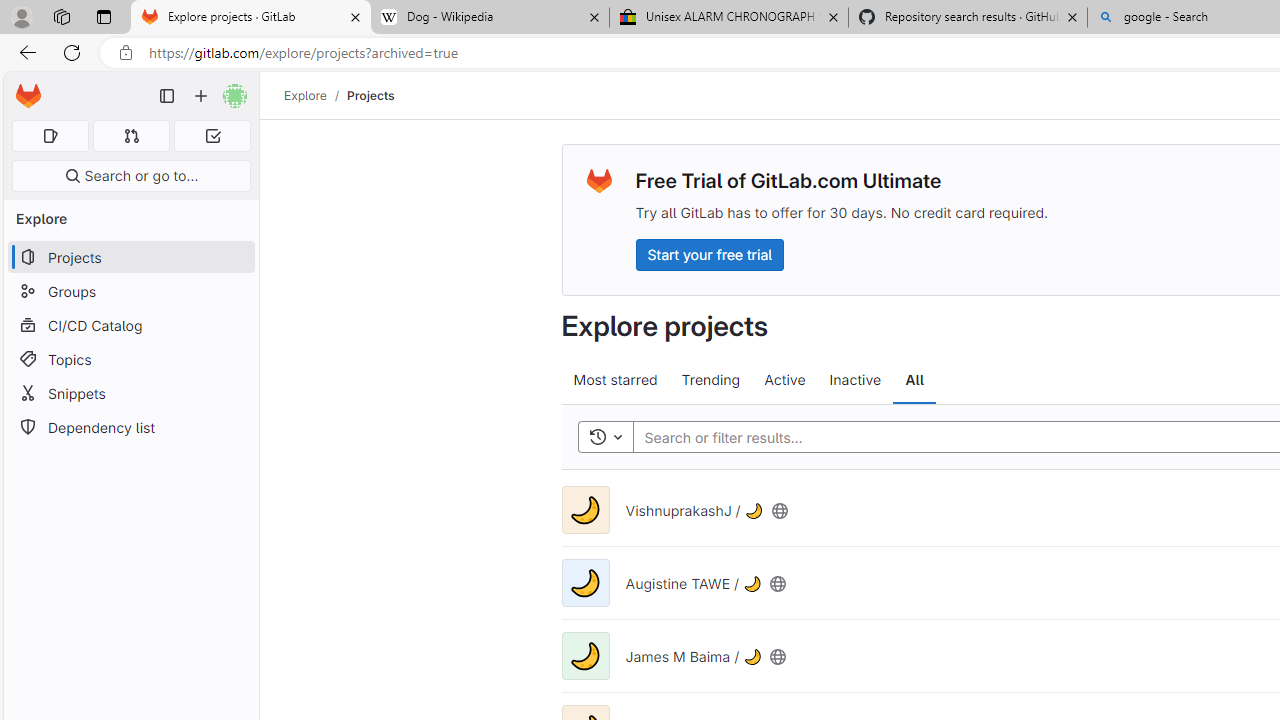 The width and height of the screenshot is (1280, 720). I want to click on 'Explore/', so click(315, 95).